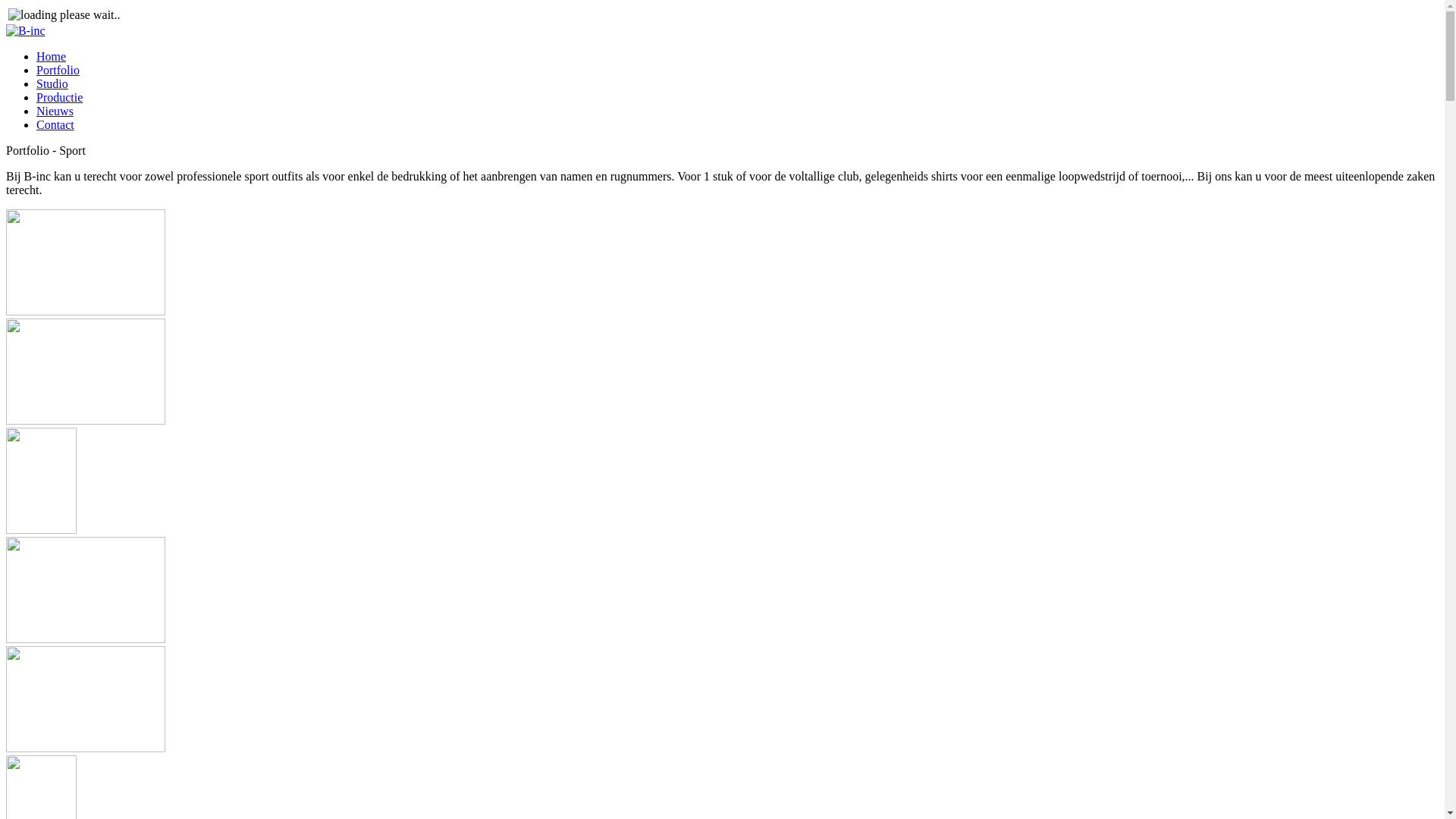 This screenshot has height=819, width=1456. What do you see at coordinates (6, 31) in the screenshot?
I see `'B-inc'` at bounding box center [6, 31].